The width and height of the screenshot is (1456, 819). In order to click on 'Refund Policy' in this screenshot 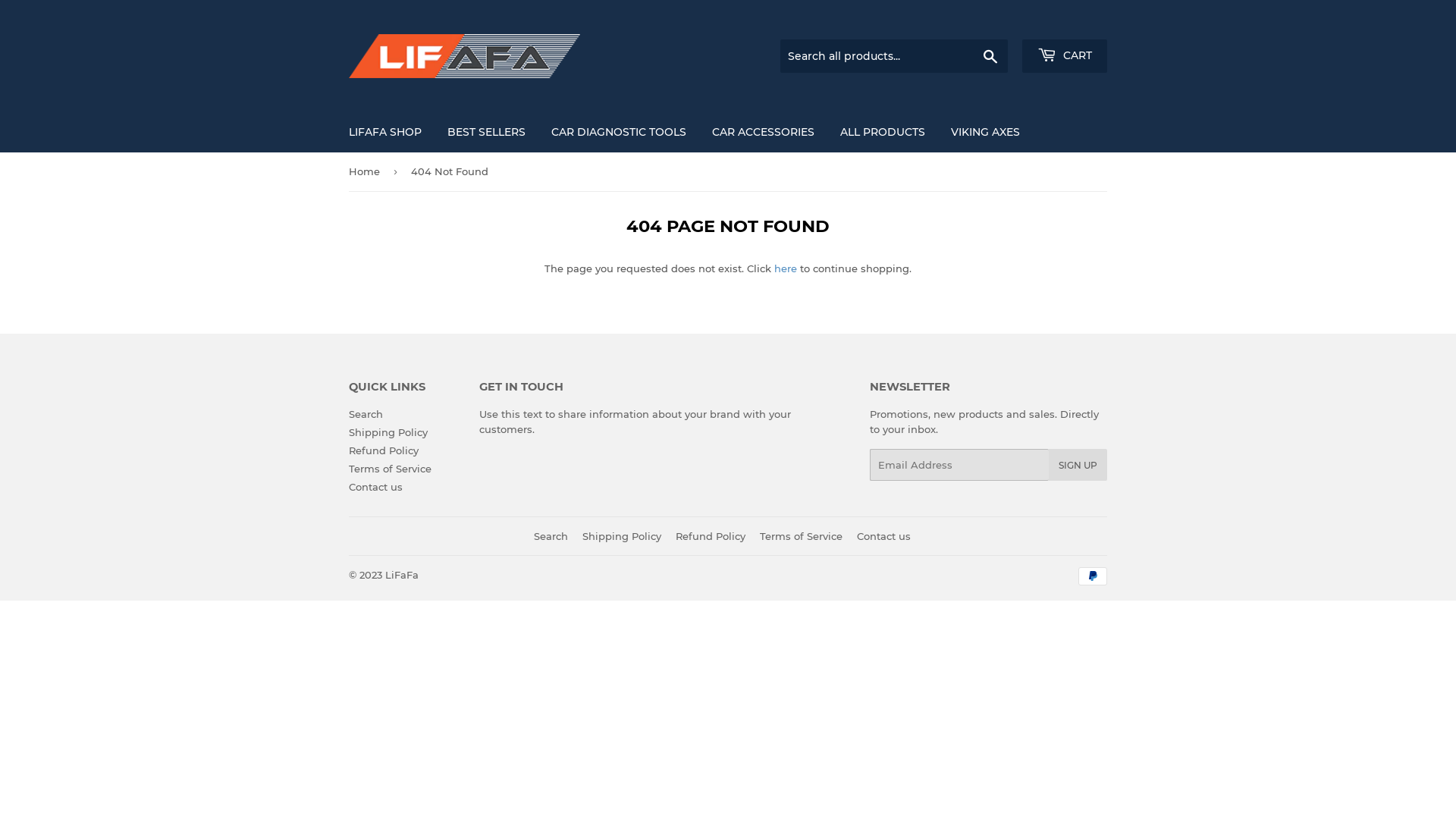, I will do `click(709, 534)`.